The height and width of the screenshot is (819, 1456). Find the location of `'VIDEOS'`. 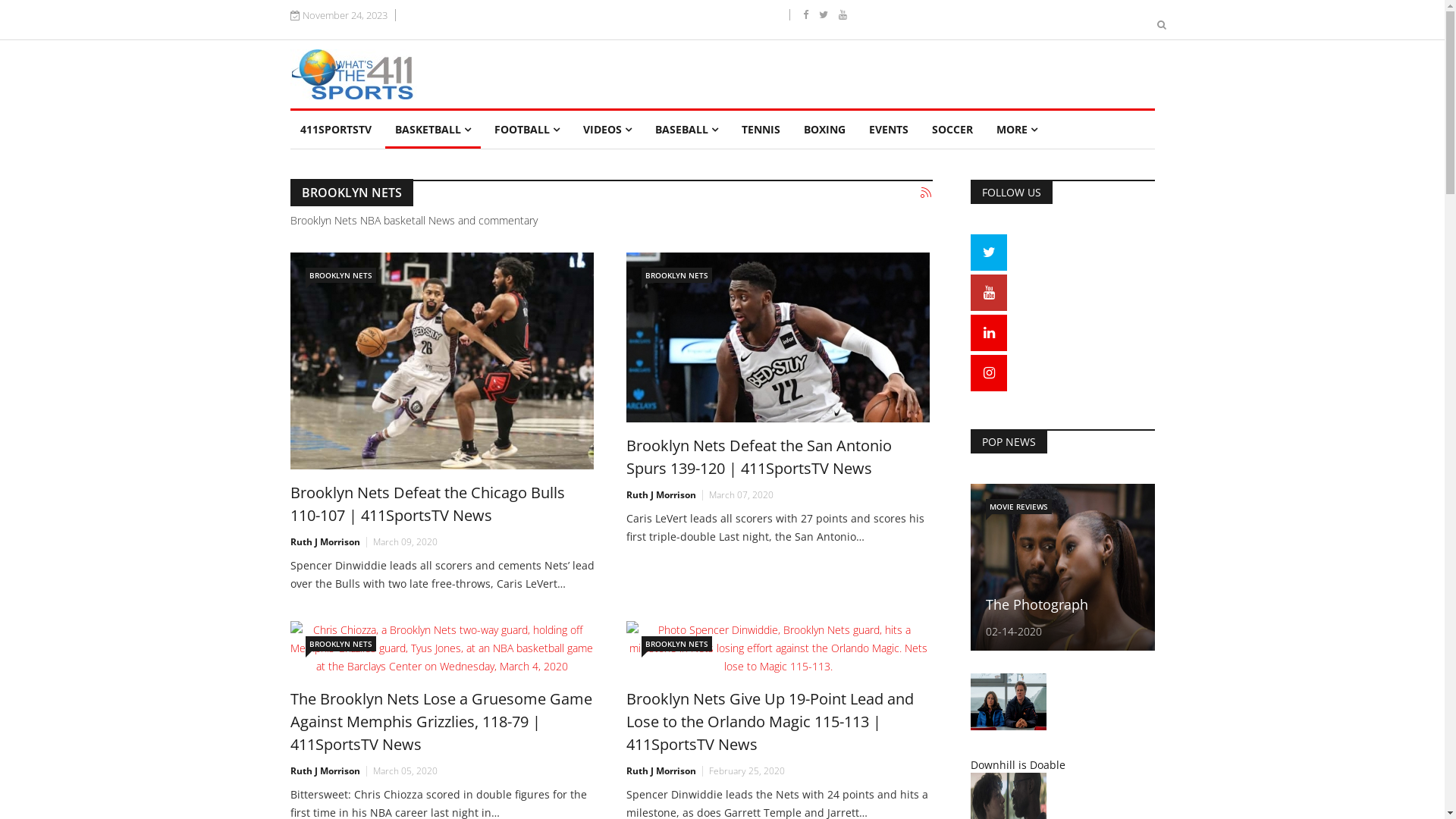

'VIDEOS' is located at coordinates (607, 128).